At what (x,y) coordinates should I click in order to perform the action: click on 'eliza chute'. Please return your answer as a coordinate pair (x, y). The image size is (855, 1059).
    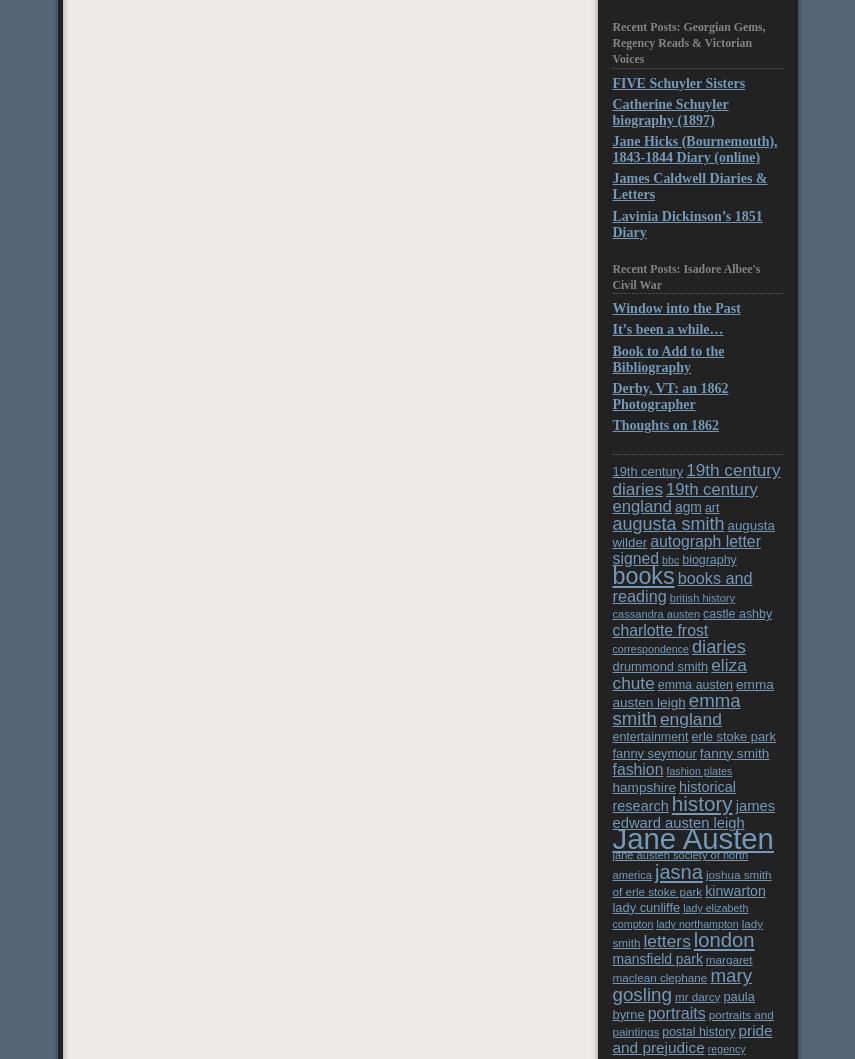
    Looking at the image, I should click on (679, 673).